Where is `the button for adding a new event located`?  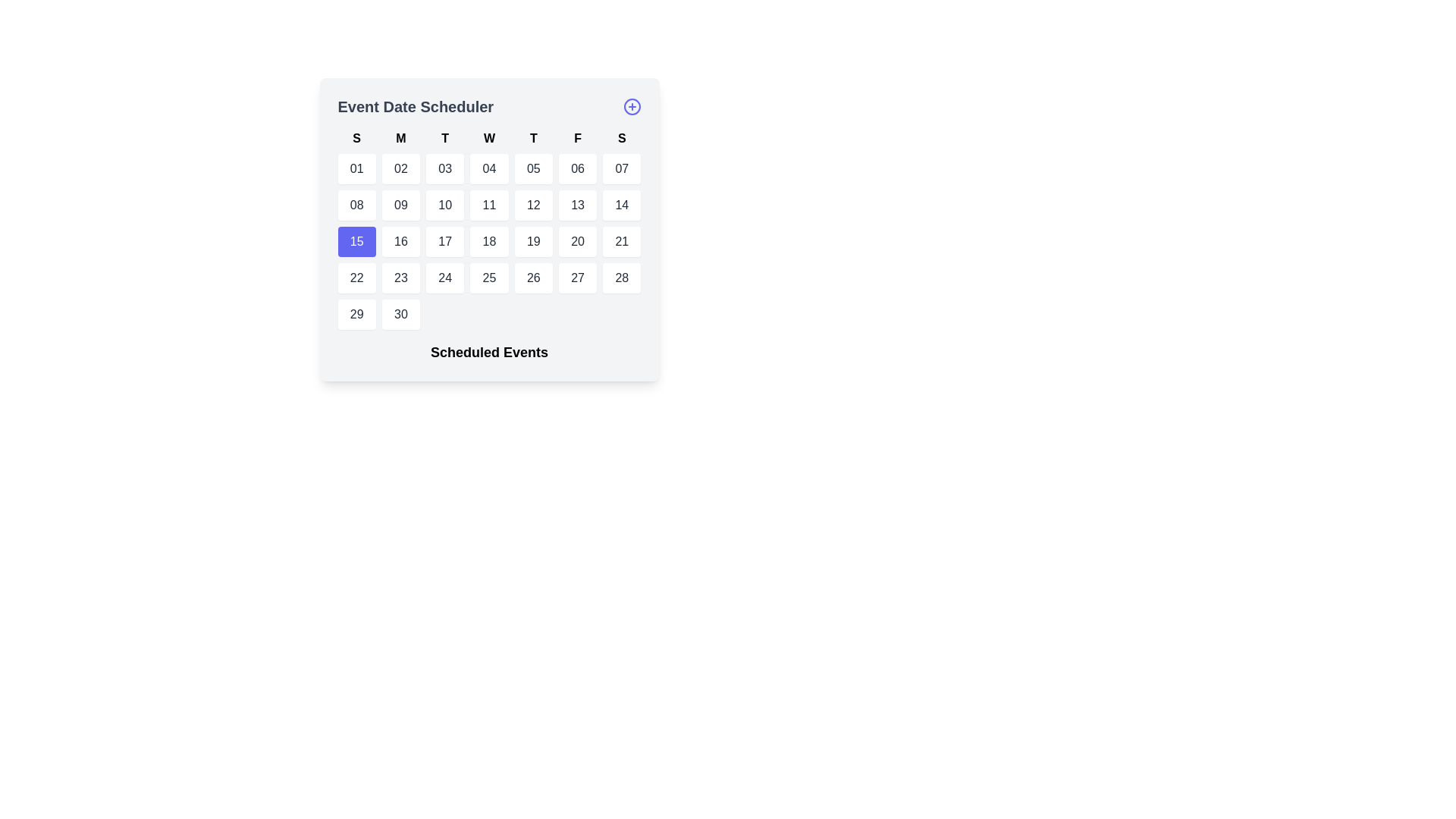
the button for adding a new event located is located at coordinates (632, 106).